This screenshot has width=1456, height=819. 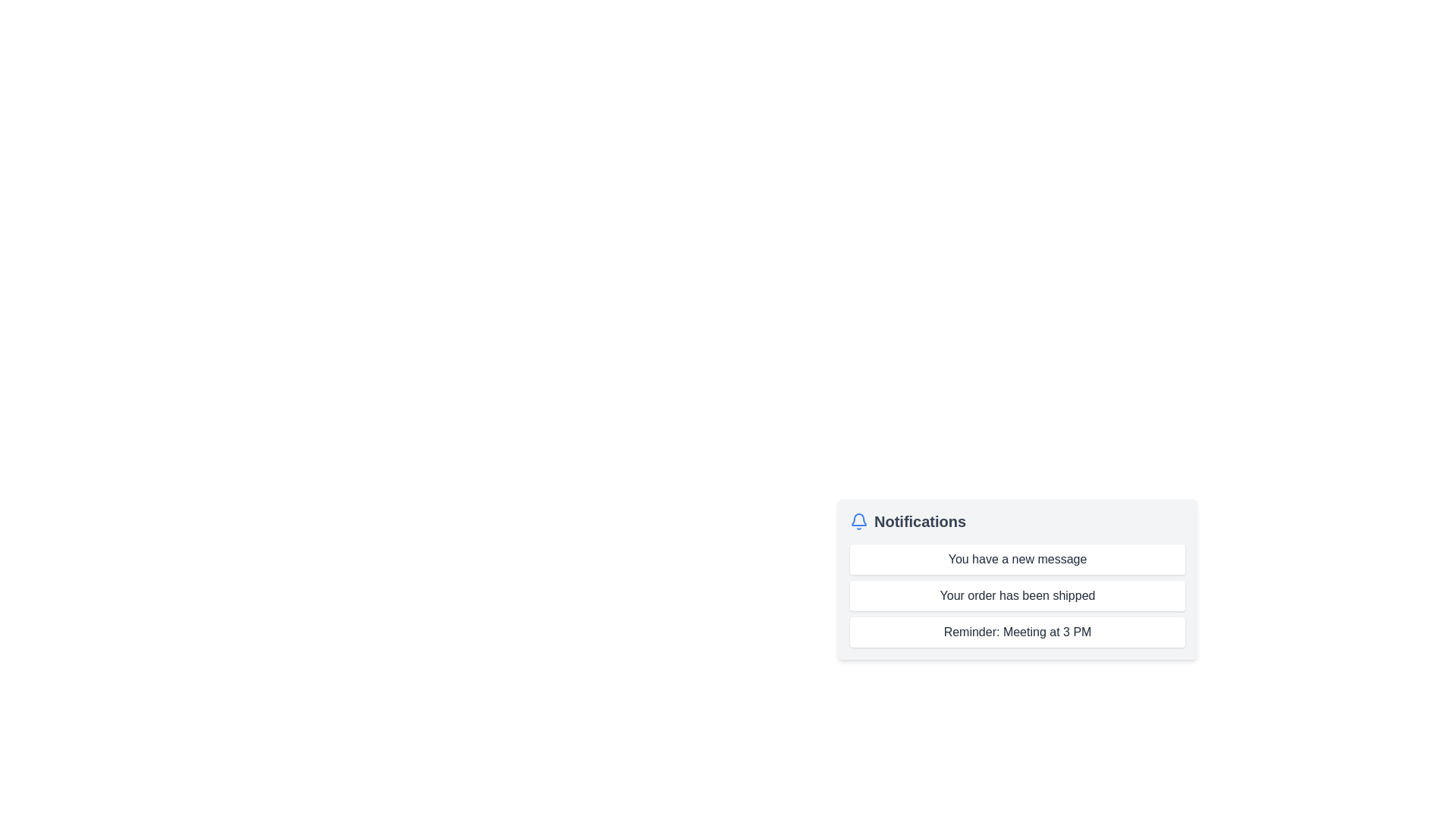 I want to click on text from the third entry in the notification list under the 'Notifications' heading, which displays 'Reminder: Meeting at 3 PM', so click(x=1018, y=632).